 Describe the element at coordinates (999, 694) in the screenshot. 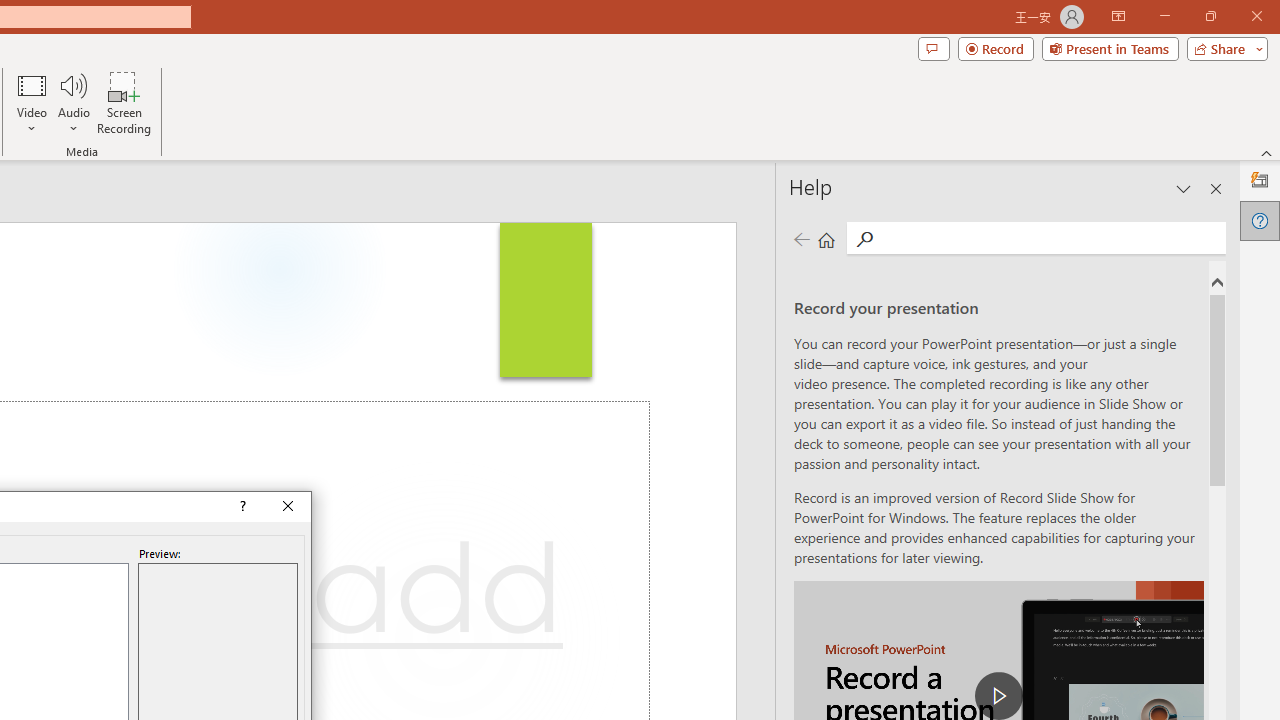

I see `'play Record a Presentation'` at that location.